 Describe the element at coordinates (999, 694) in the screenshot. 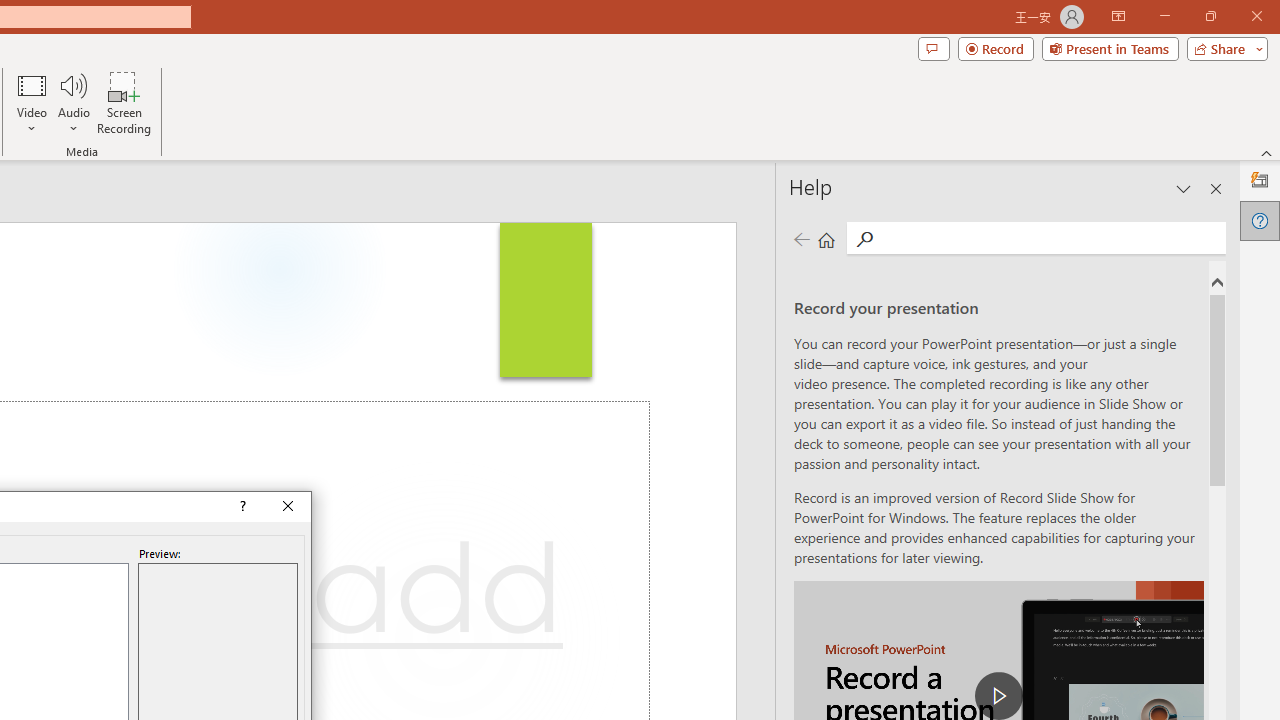

I see `'play Record a Presentation'` at that location.